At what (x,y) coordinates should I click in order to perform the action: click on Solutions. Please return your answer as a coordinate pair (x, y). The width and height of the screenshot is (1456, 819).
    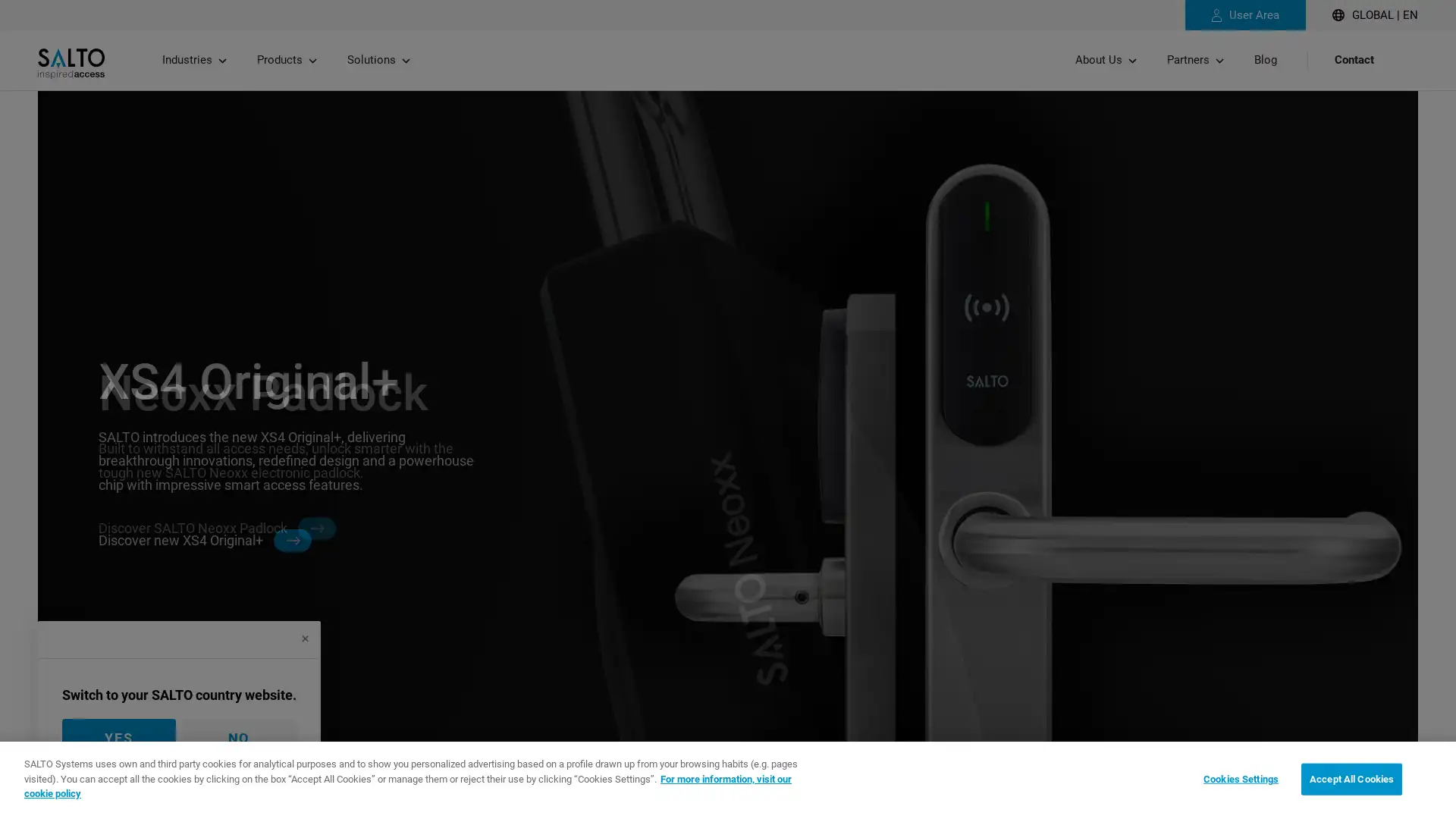
    Looking at the image, I should click on (378, 58).